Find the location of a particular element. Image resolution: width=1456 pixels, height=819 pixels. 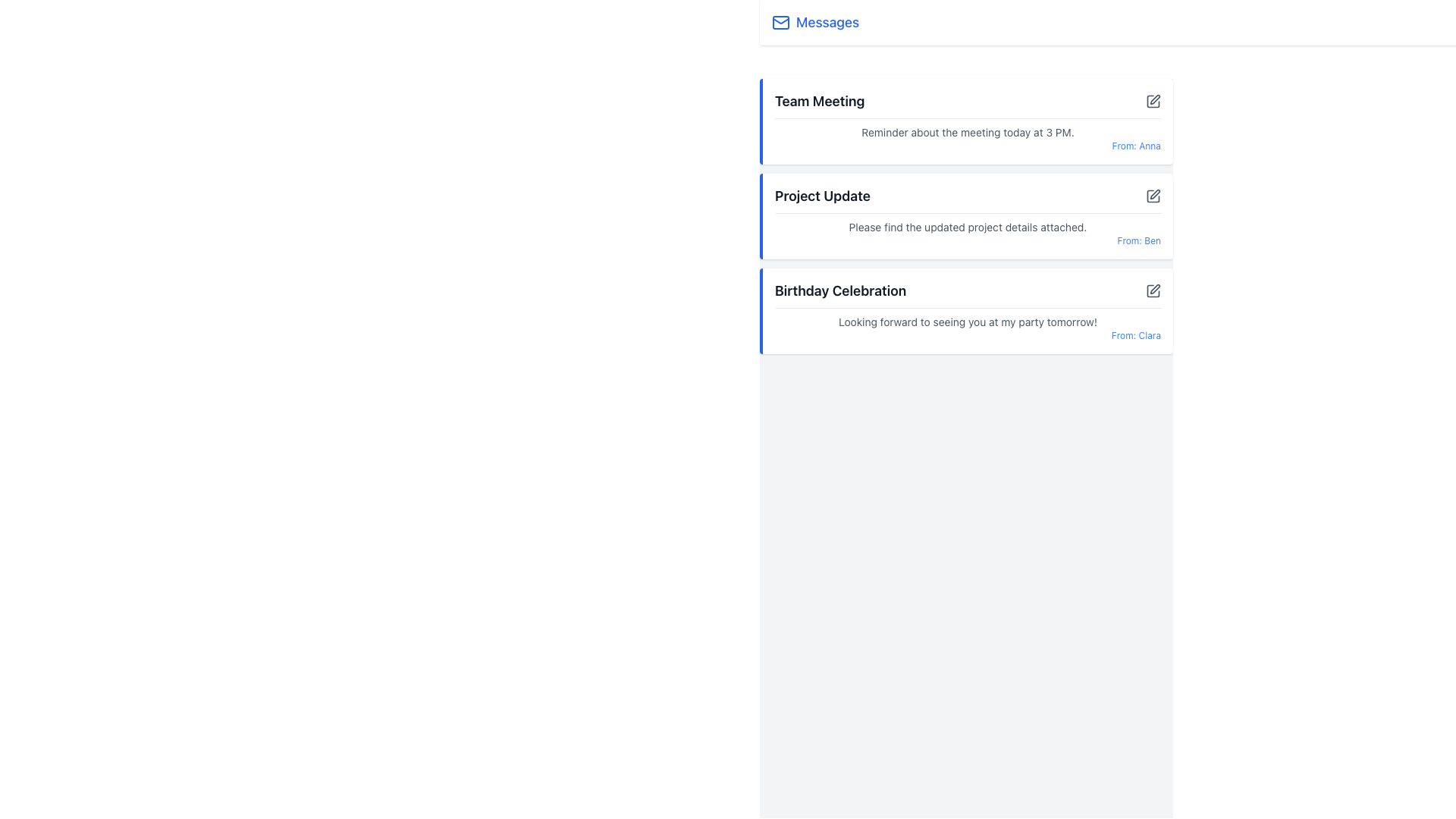

the small, square pencil icon button located on the far right of the 'Team Meeting' section to initiate editing is located at coordinates (1153, 102).